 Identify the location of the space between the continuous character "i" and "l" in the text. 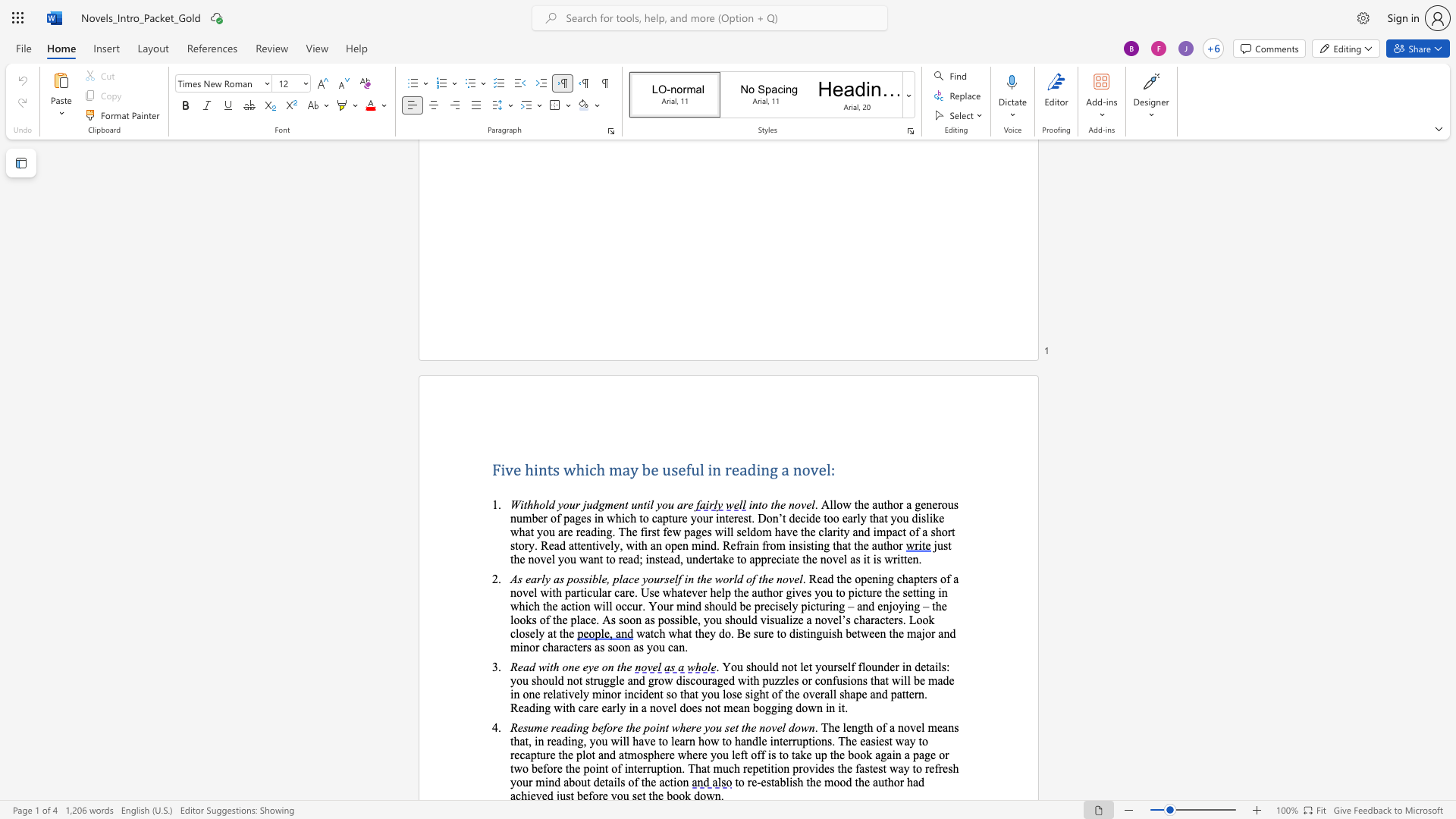
(650, 504).